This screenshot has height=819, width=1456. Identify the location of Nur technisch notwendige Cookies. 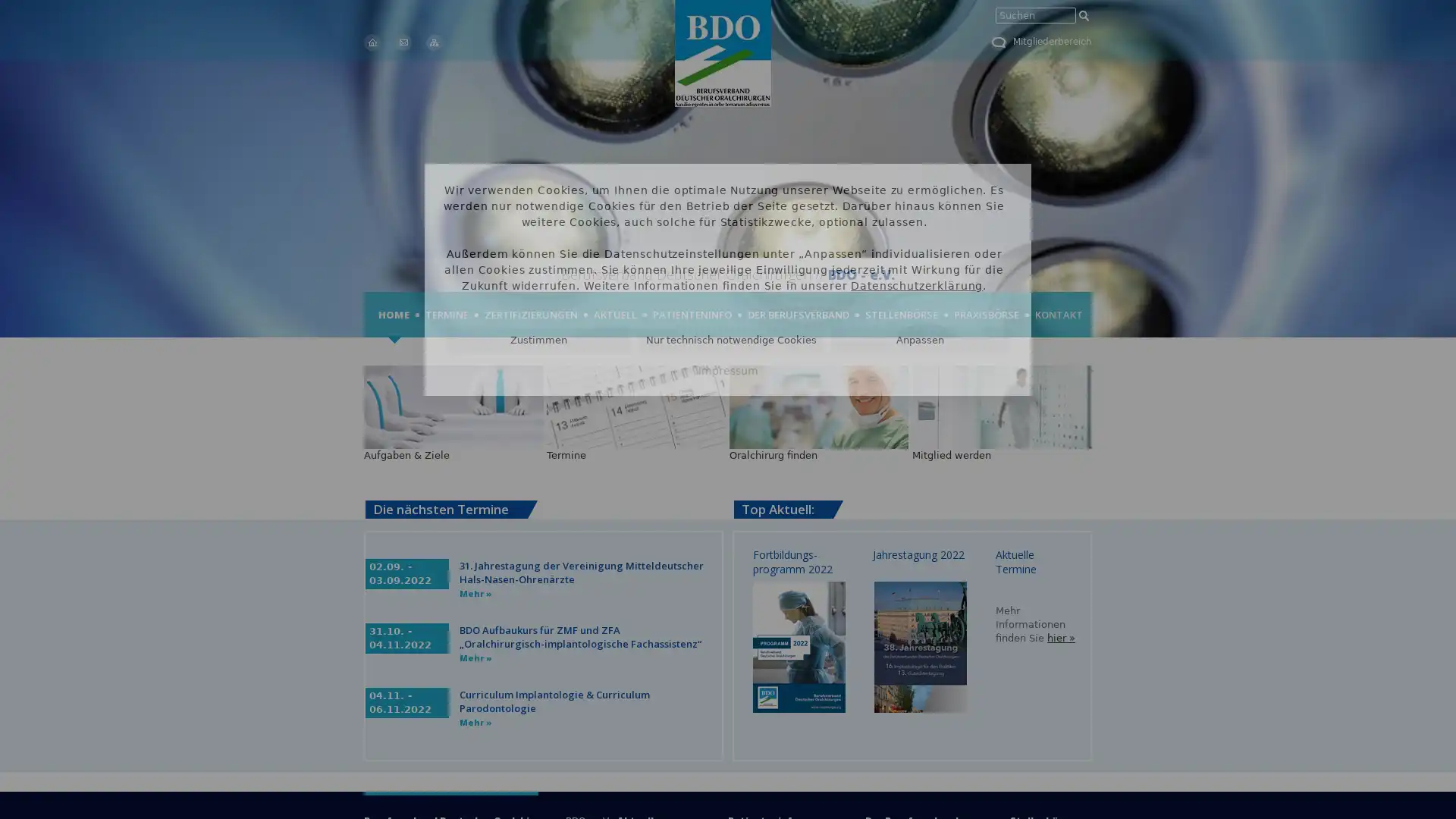
(730, 339).